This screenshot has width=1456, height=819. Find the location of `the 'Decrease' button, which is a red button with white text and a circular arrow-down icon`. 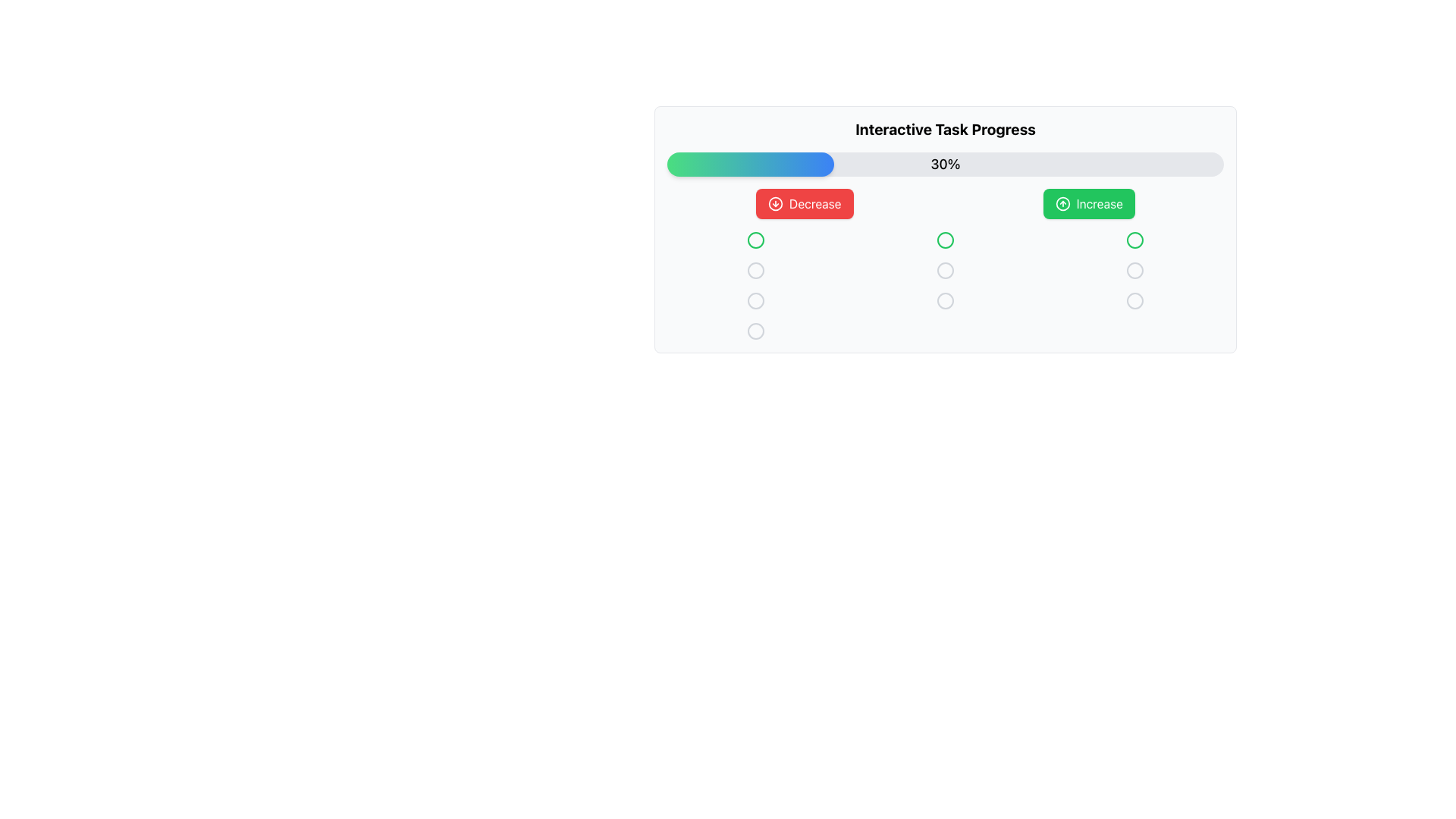

the 'Decrease' button, which is a red button with white text and a circular arrow-down icon is located at coordinates (804, 203).